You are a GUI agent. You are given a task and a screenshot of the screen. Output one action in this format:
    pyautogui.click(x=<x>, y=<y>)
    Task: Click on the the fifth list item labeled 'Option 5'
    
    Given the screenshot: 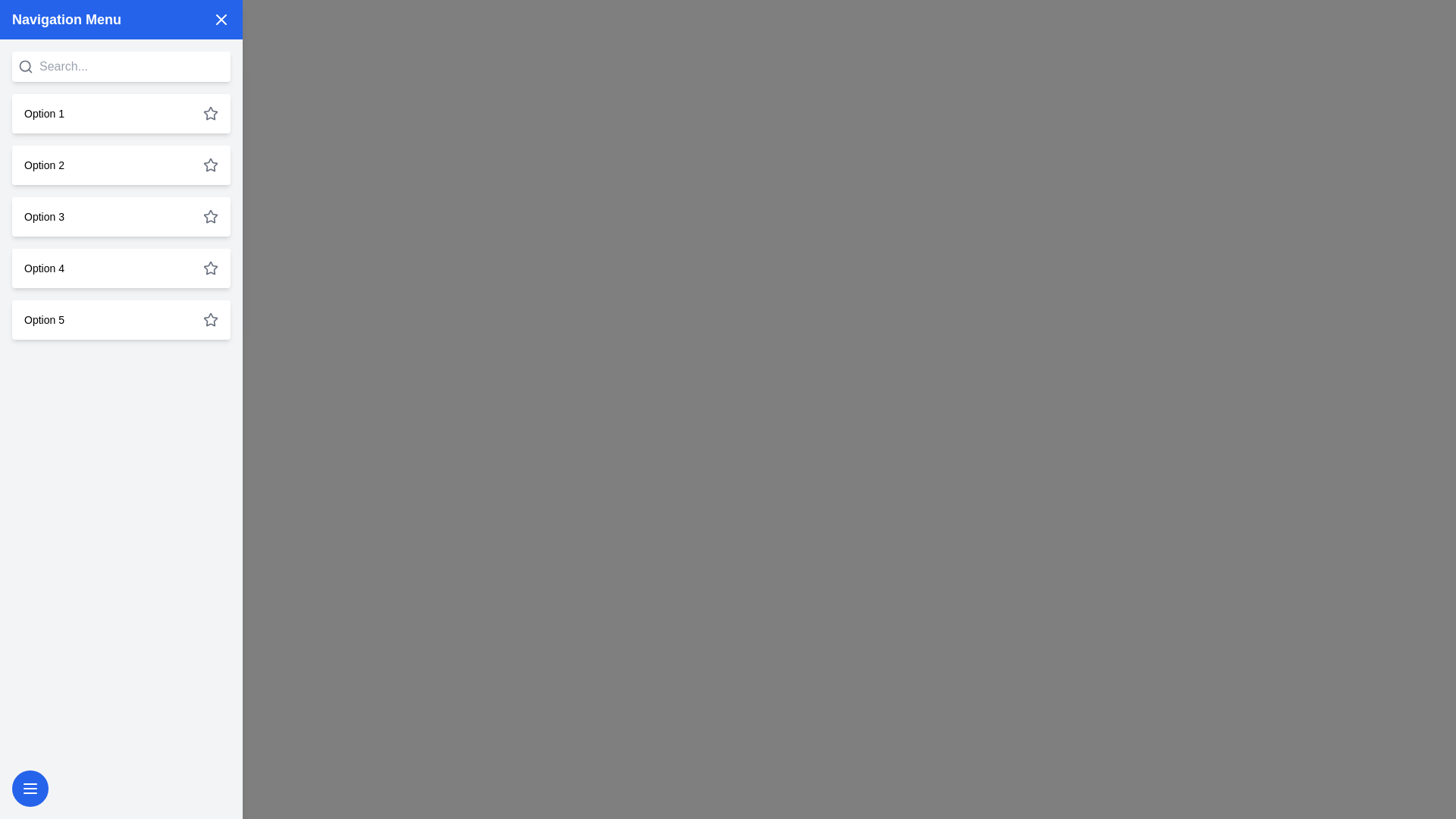 What is the action you would take?
    pyautogui.click(x=120, y=318)
    